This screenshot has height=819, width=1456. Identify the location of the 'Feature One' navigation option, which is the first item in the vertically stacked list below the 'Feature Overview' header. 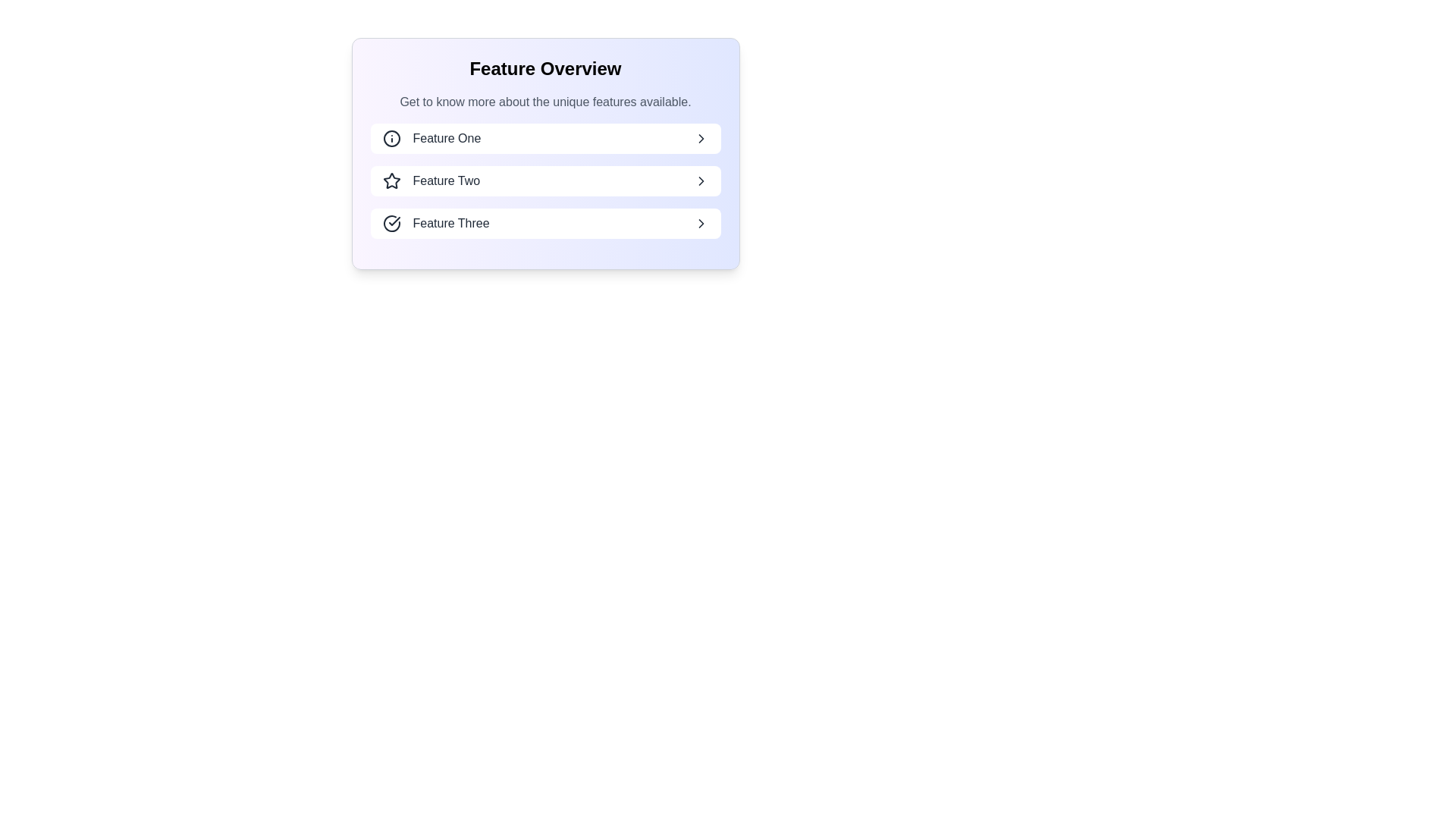
(431, 138).